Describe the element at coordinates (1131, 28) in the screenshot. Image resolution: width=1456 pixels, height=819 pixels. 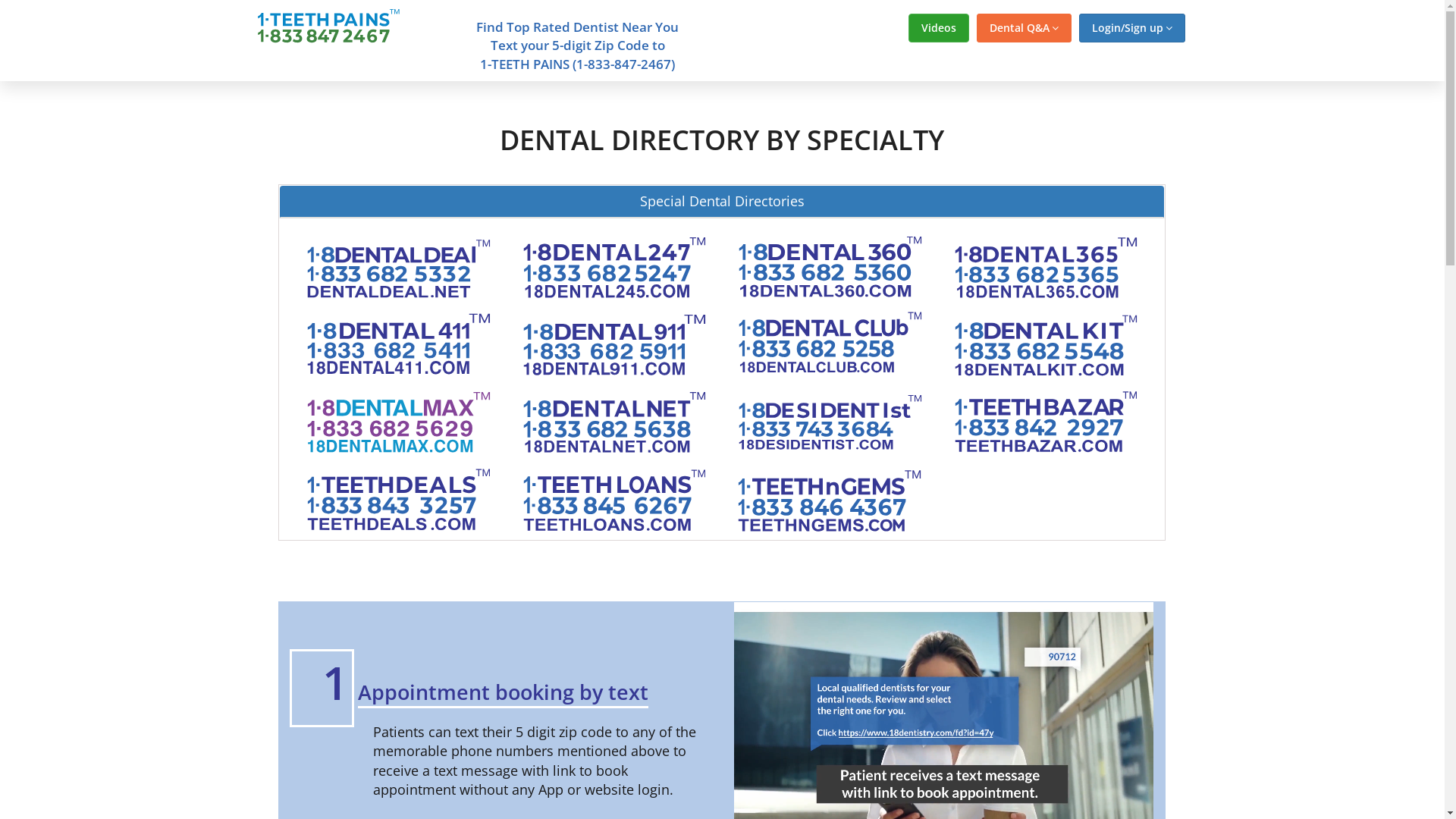
I see `'Login/Sign up'` at that location.